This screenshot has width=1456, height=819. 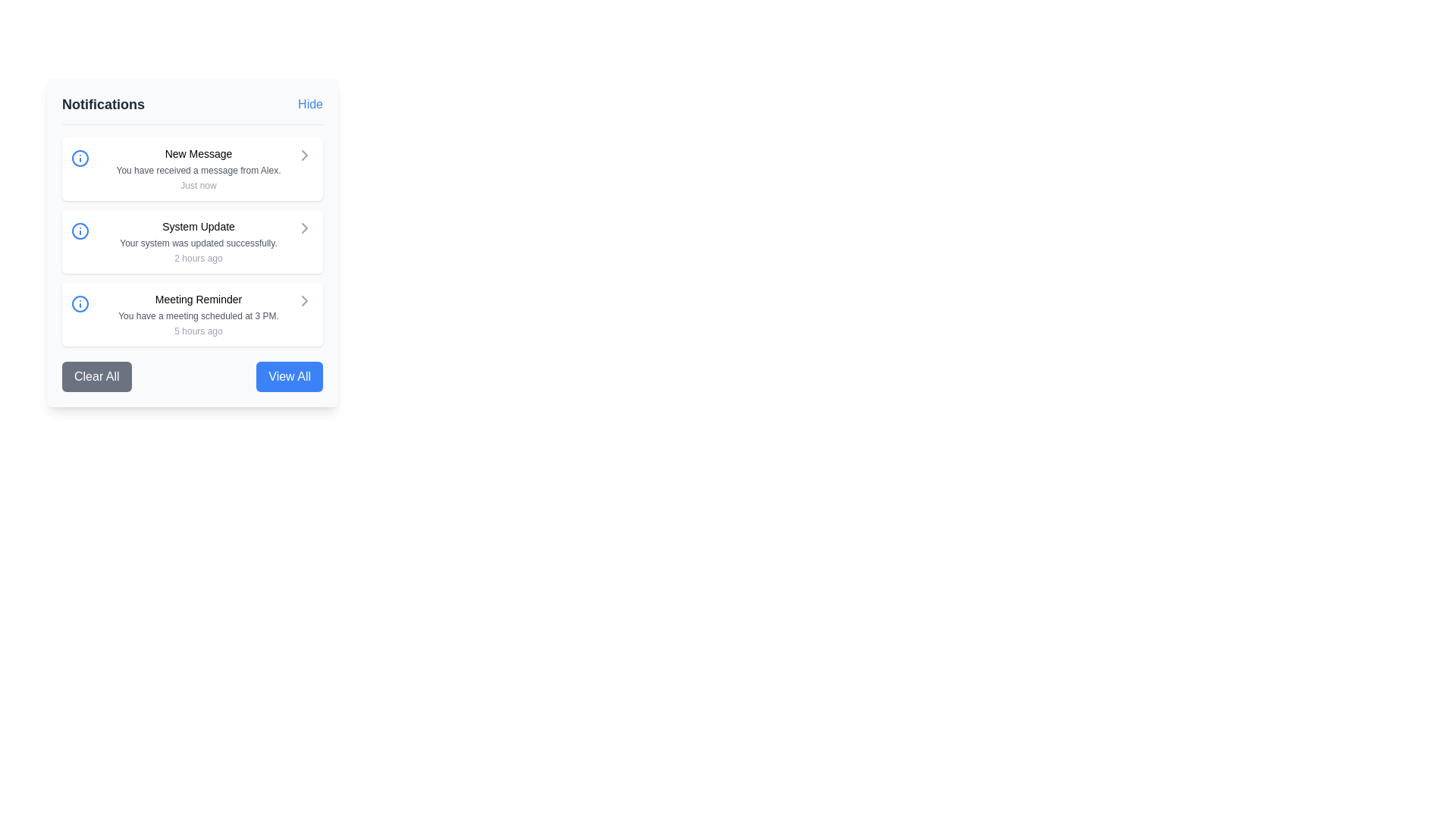 What do you see at coordinates (290, 376) in the screenshot?
I see `the notification button located in the bottom-right corner of the panel` at bounding box center [290, 376].